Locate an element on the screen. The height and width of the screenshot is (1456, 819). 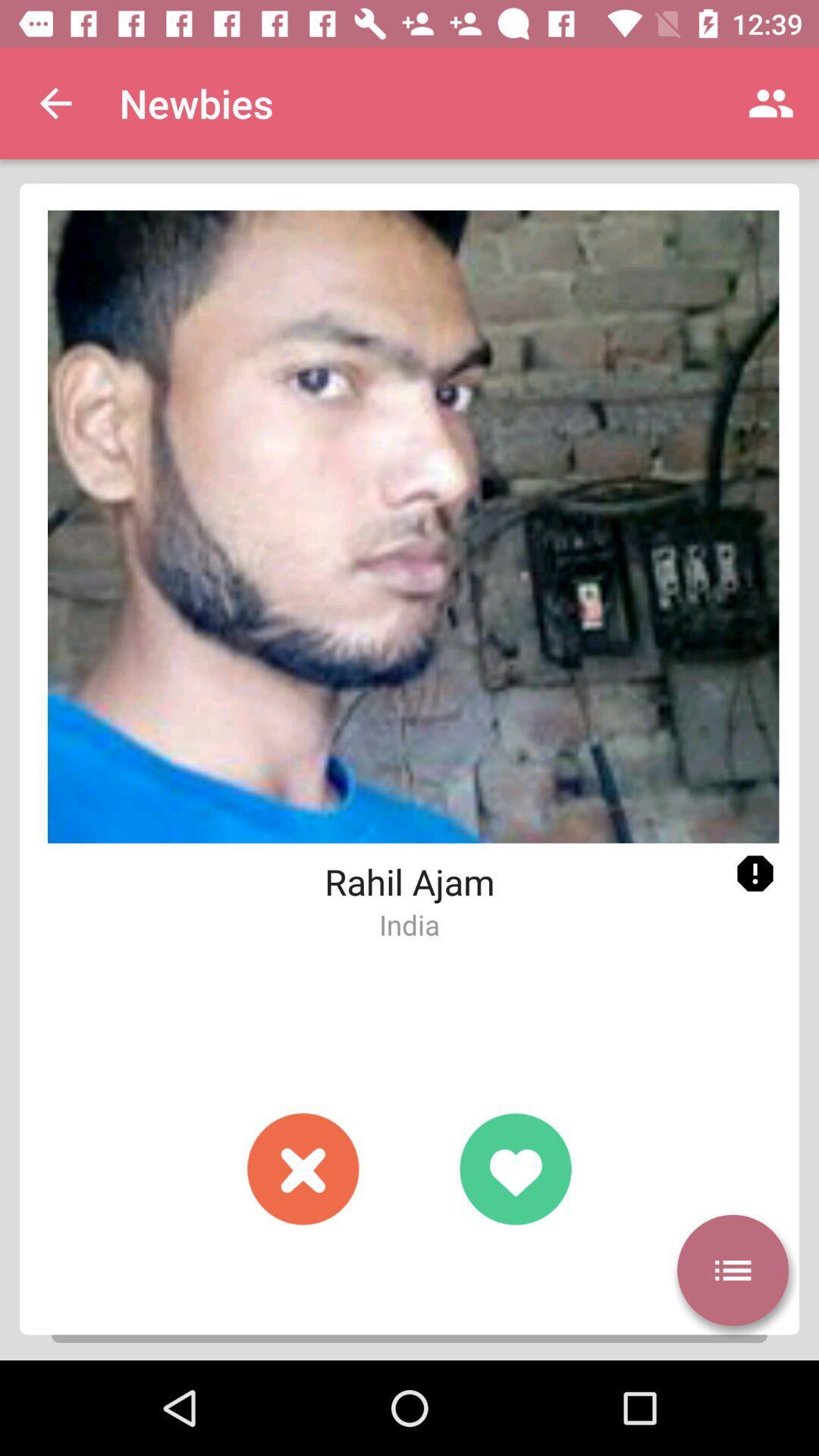
the list icon is located at coordinates (732, 1270).